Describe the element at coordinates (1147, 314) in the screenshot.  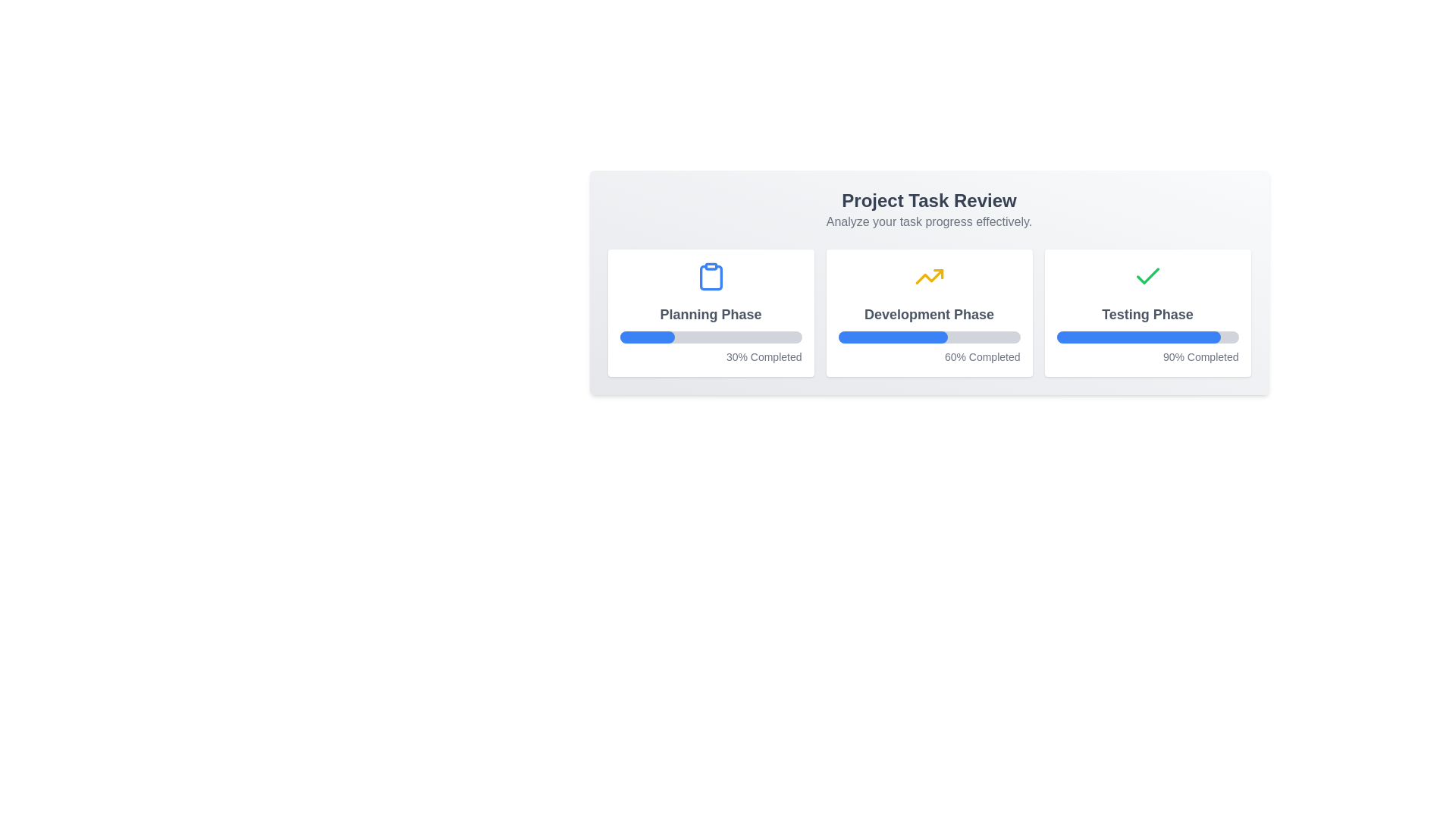
I see `text component that displays 'Testing Phase', which is styled in bold and large font, located centrally above the blue progress bar within the rightmost card` at that location.